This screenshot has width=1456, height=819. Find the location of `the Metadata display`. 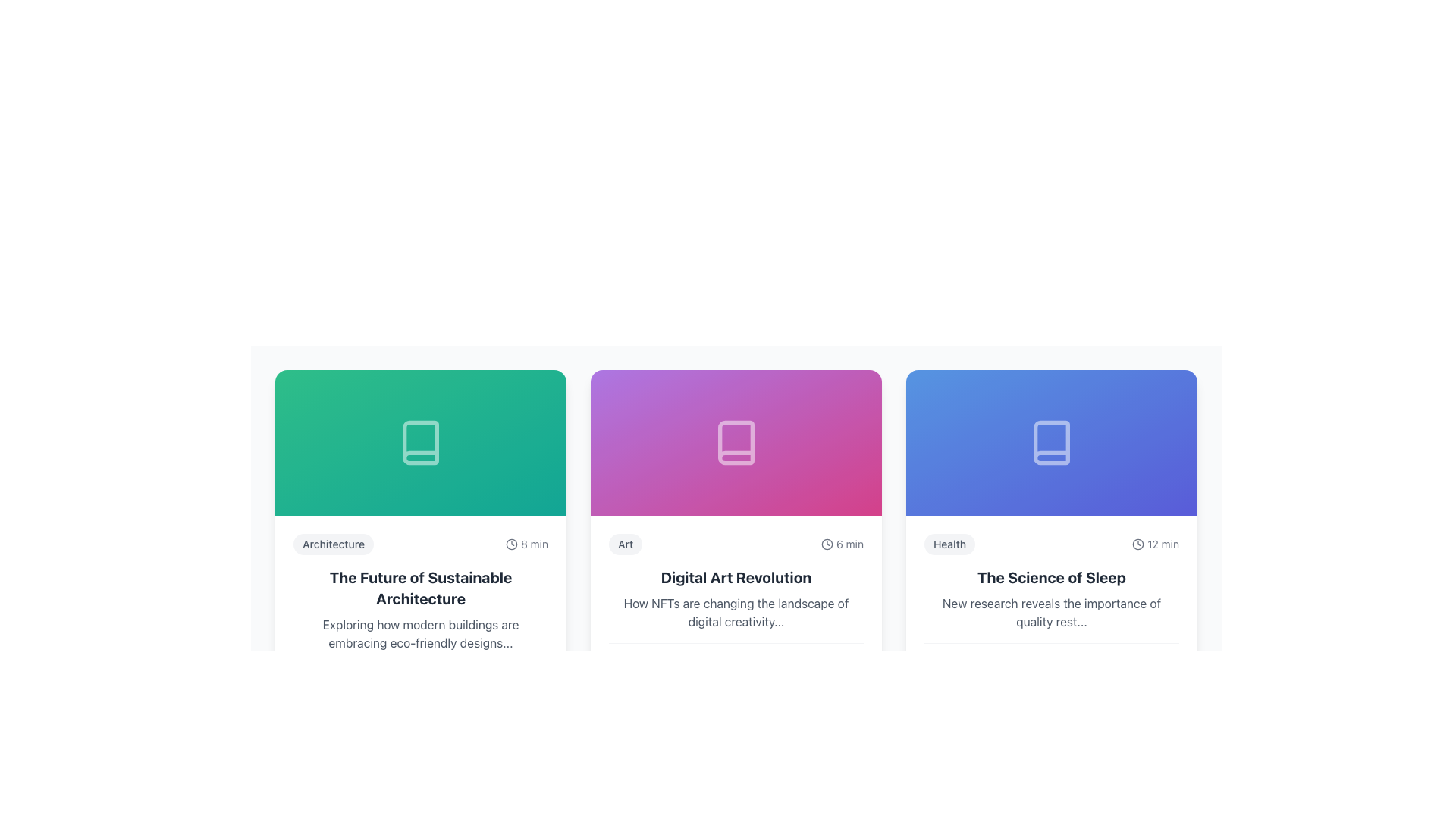

the Metadata display is located at coordinates (736, 543).